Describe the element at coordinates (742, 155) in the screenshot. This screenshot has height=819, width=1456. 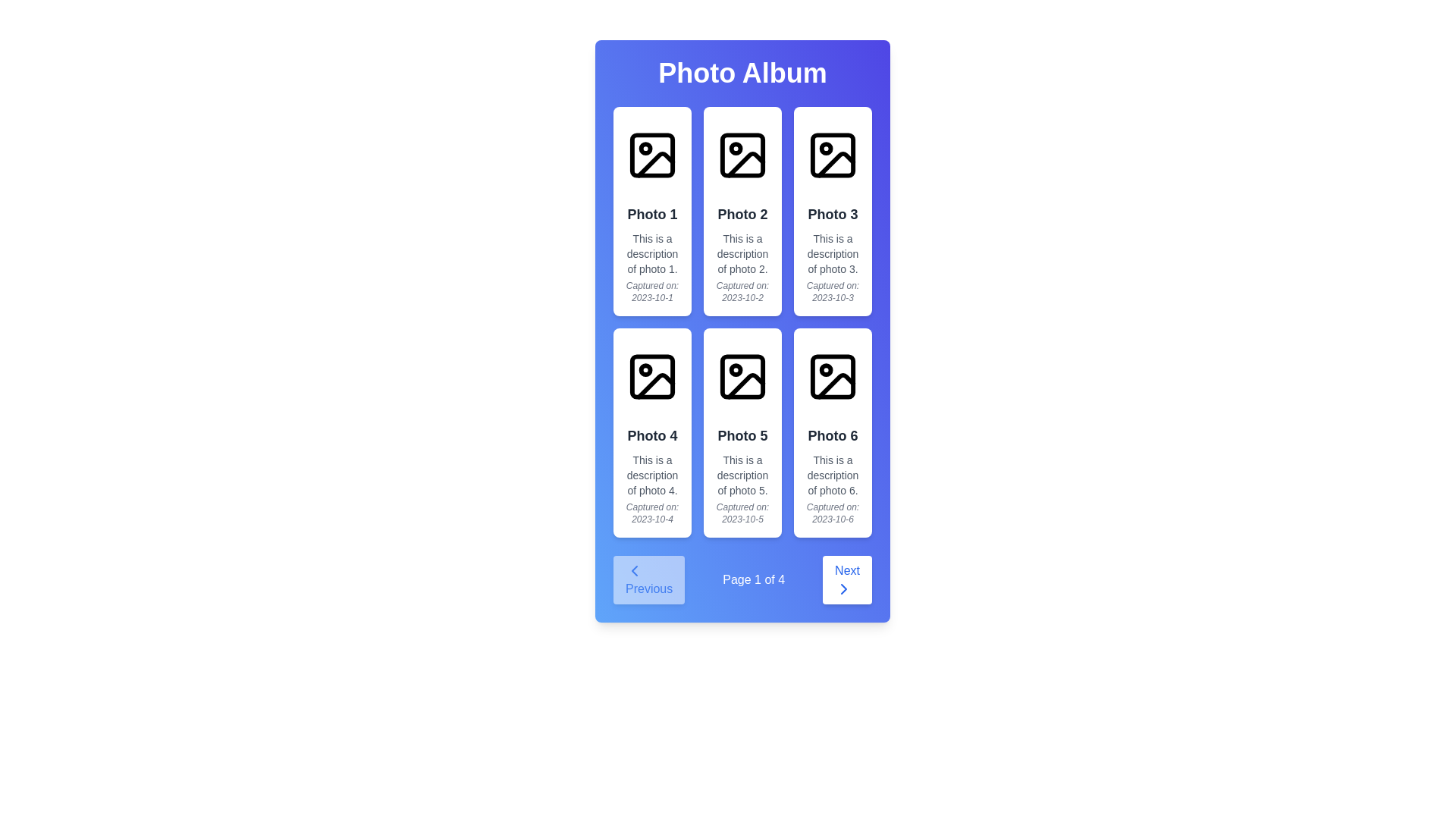
I see `the icon depicting an image symbol with a mountain and a sun, located at the top center of the card labeled 'Photo 2'` at that location.